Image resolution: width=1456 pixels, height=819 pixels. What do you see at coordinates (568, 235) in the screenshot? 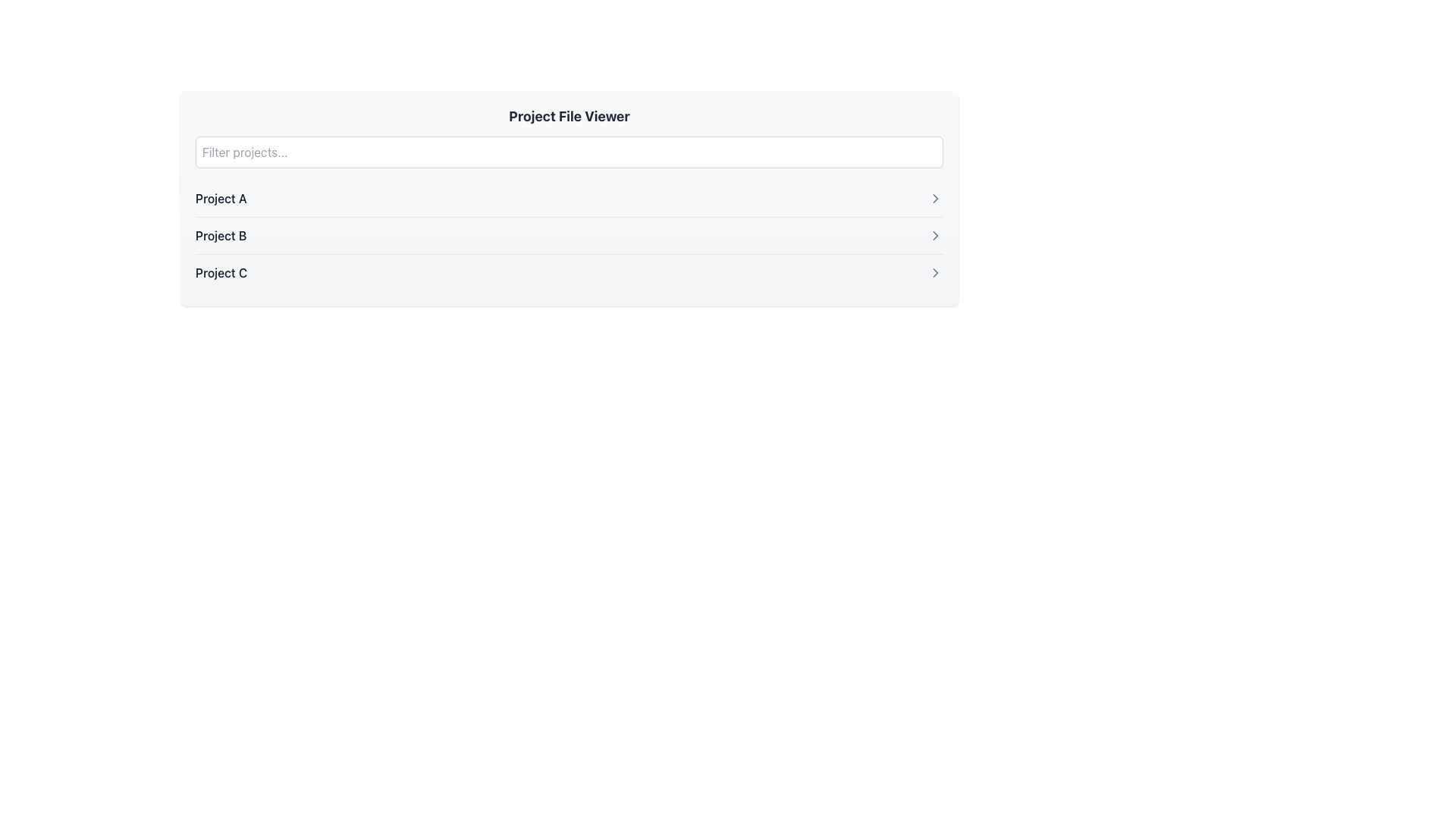
I see `to select the List Item displaying 'Project B', which is the second entry in a vertical selection list` at bounding box center [568, 235].